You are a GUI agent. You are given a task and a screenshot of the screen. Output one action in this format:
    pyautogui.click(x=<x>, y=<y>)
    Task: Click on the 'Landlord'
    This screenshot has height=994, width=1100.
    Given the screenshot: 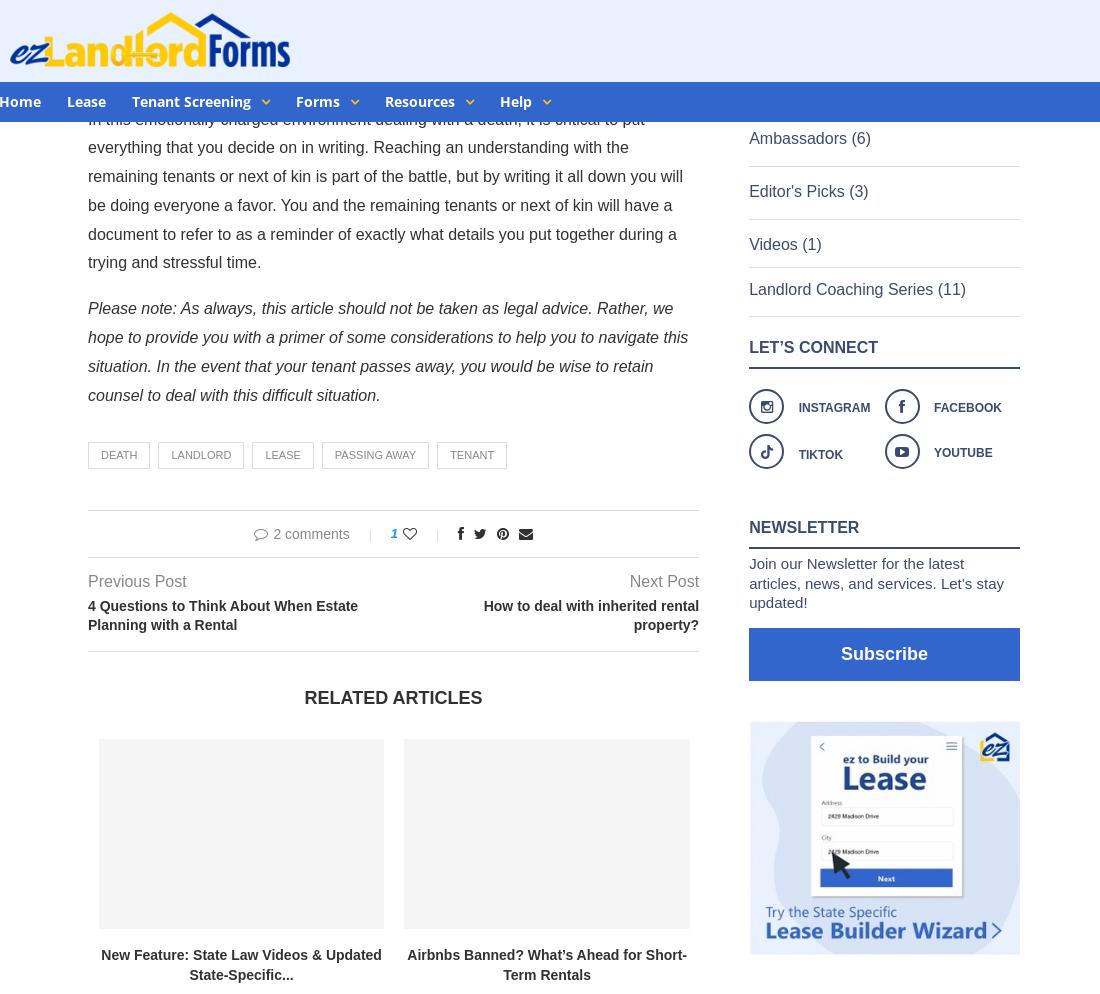 What is the action you would take?
    pyautogui.click(x=61, y=528)
    